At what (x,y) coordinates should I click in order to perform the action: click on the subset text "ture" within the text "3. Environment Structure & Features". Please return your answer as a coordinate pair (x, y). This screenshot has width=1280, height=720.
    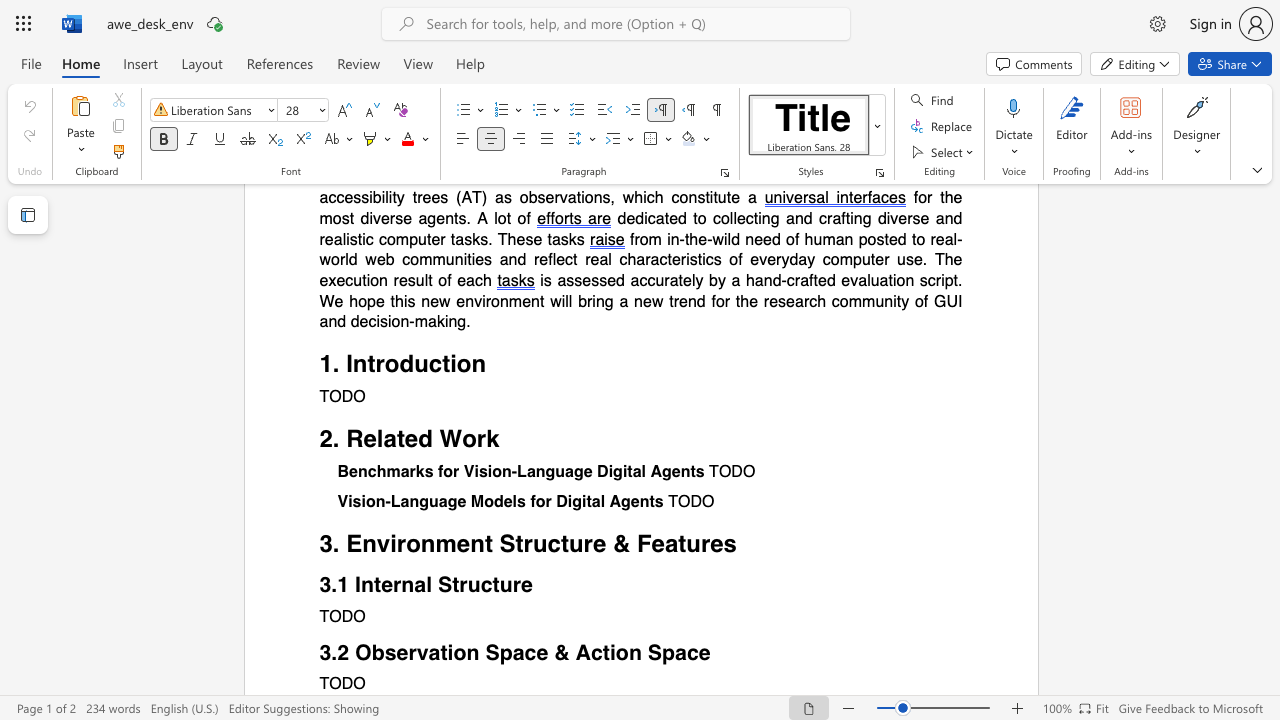
    Looking at the image, I should click on (560, 544).